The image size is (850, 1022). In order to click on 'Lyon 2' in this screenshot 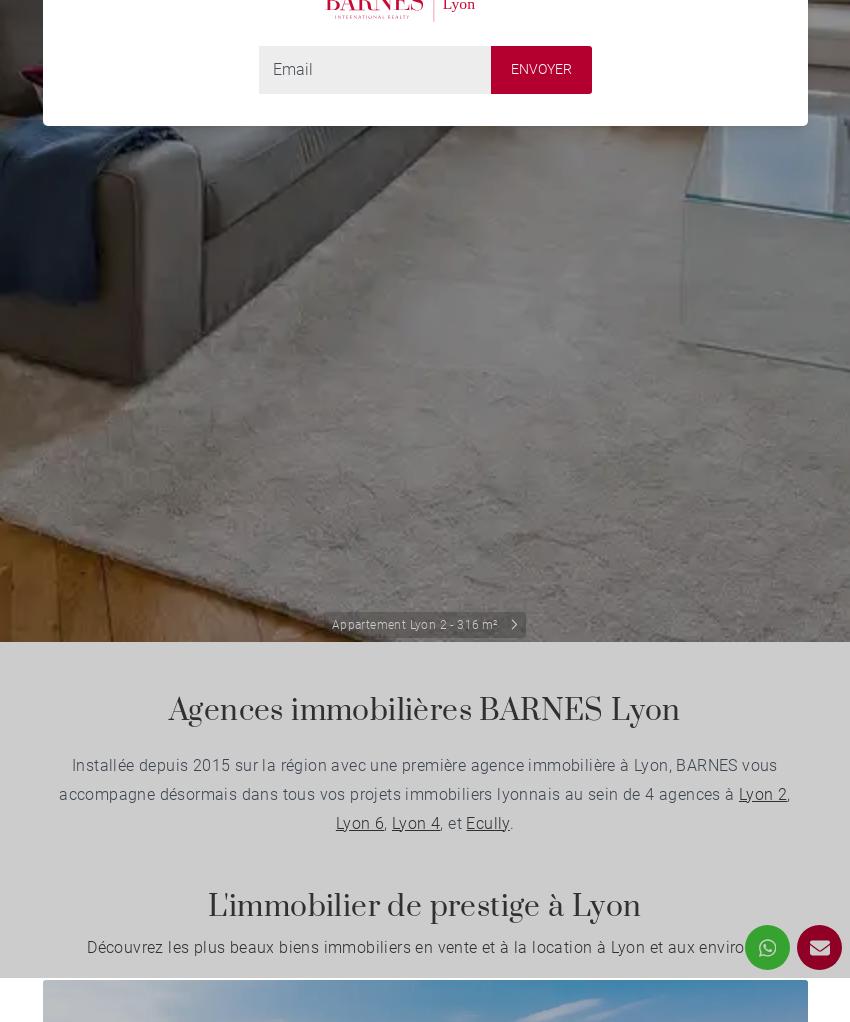, I will do `click(762, 793)`.